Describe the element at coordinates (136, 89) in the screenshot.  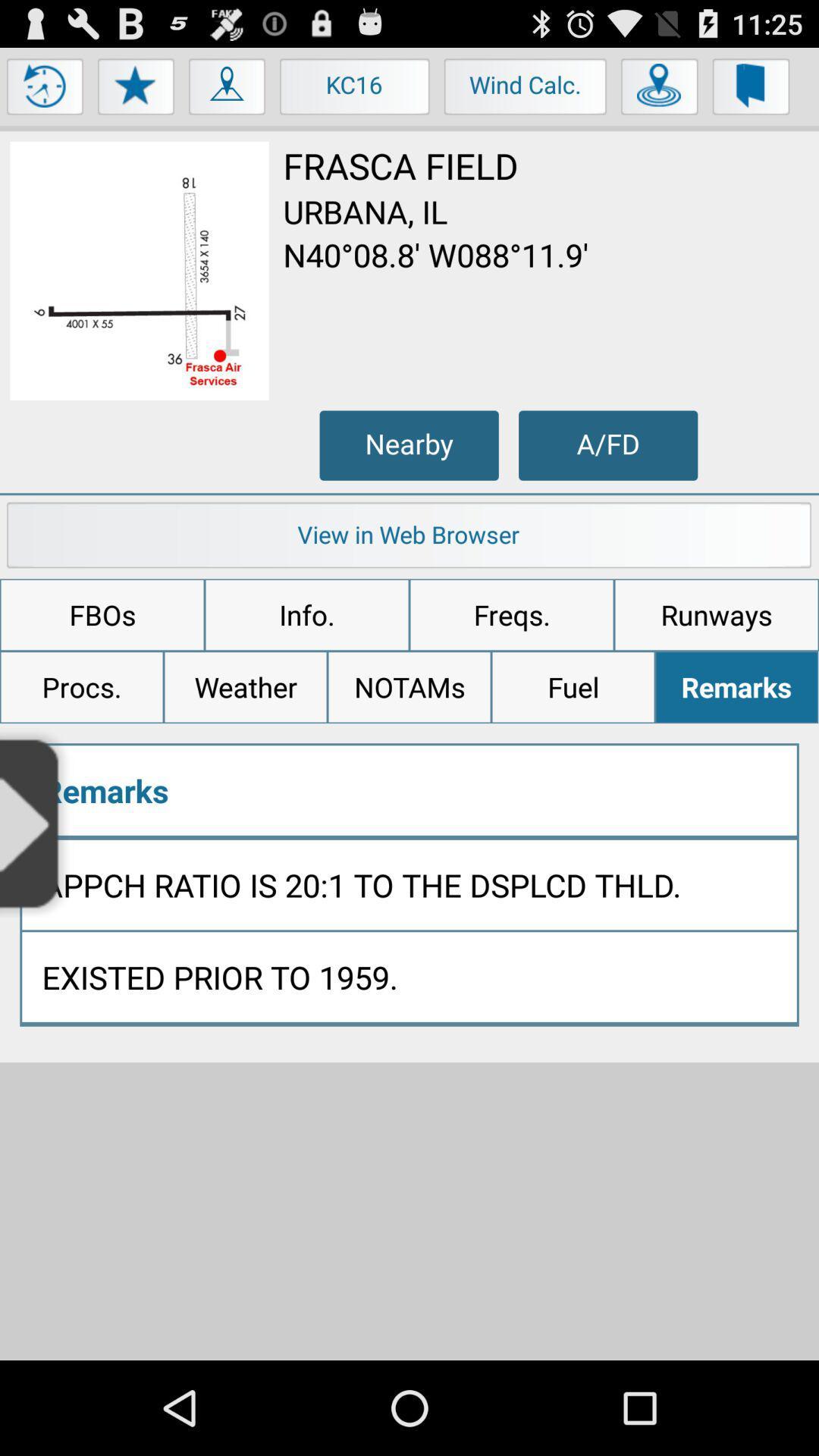
I see `click star icon` at that location.